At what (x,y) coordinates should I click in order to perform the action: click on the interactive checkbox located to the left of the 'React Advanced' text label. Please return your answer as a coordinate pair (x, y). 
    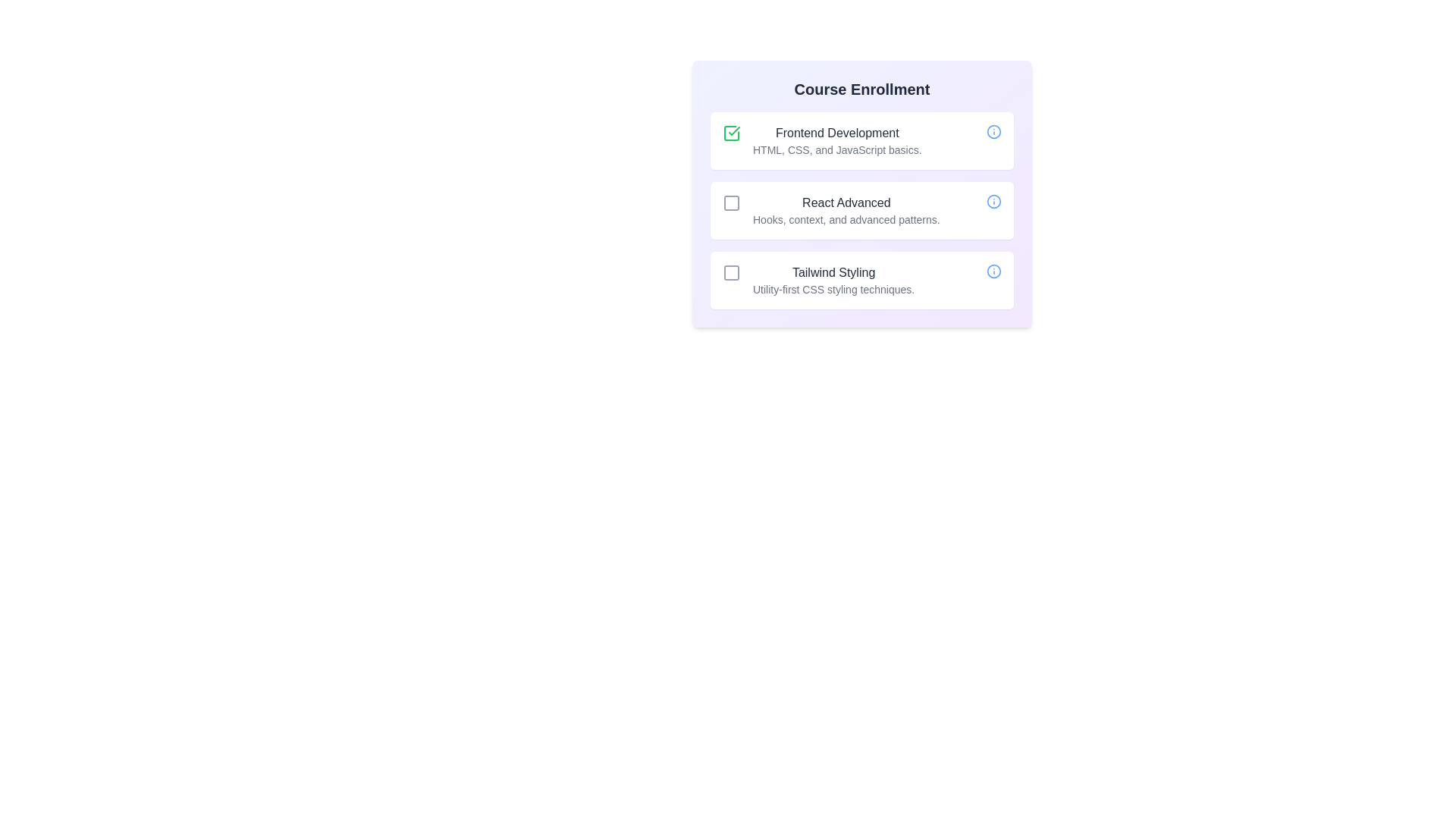
    Looking at the image, I should click on (731, 202).